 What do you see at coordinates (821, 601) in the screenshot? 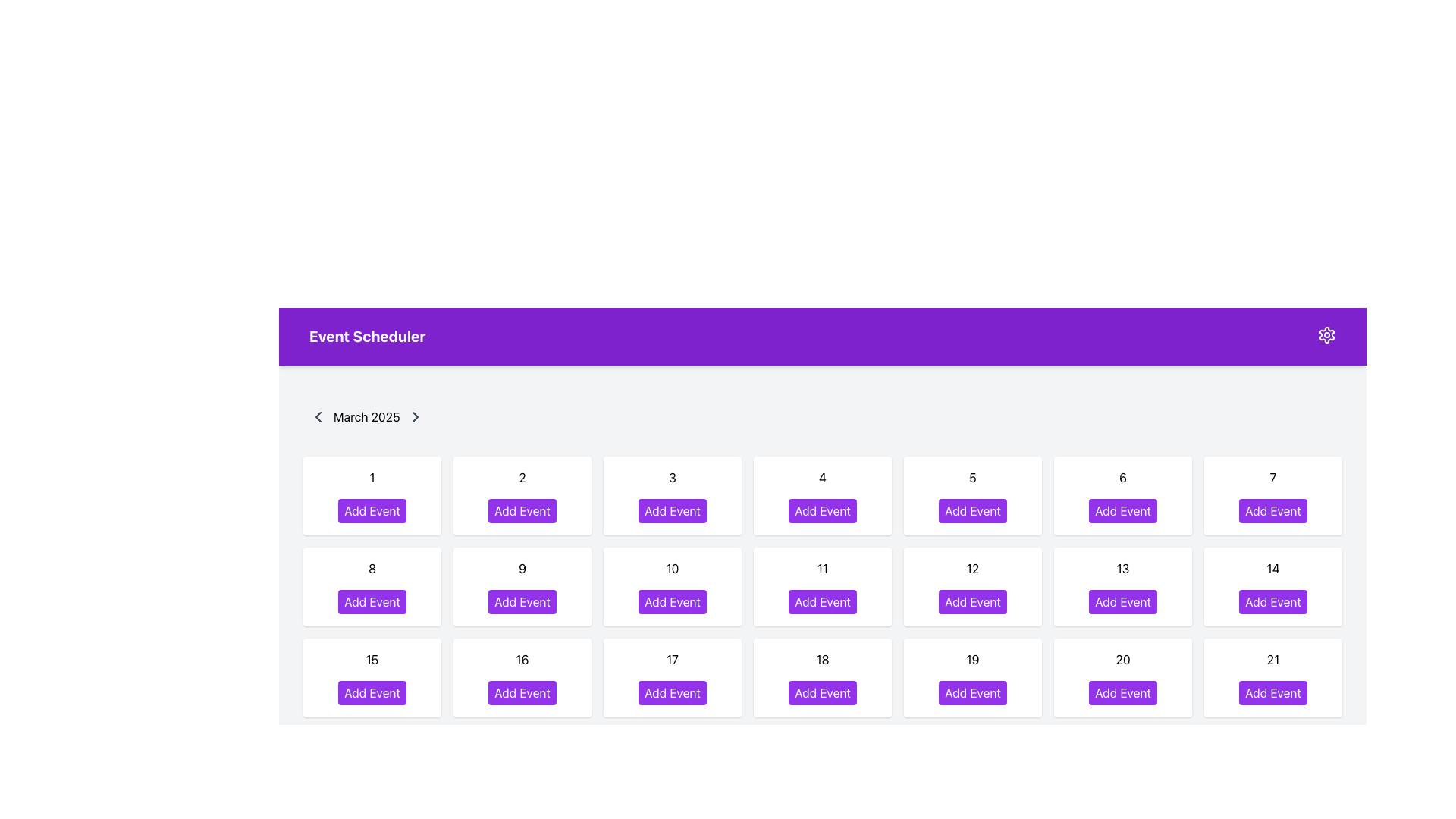
I see `the button located in the calendar grid for the 11th day of the month` at bounding box center [821, 601].